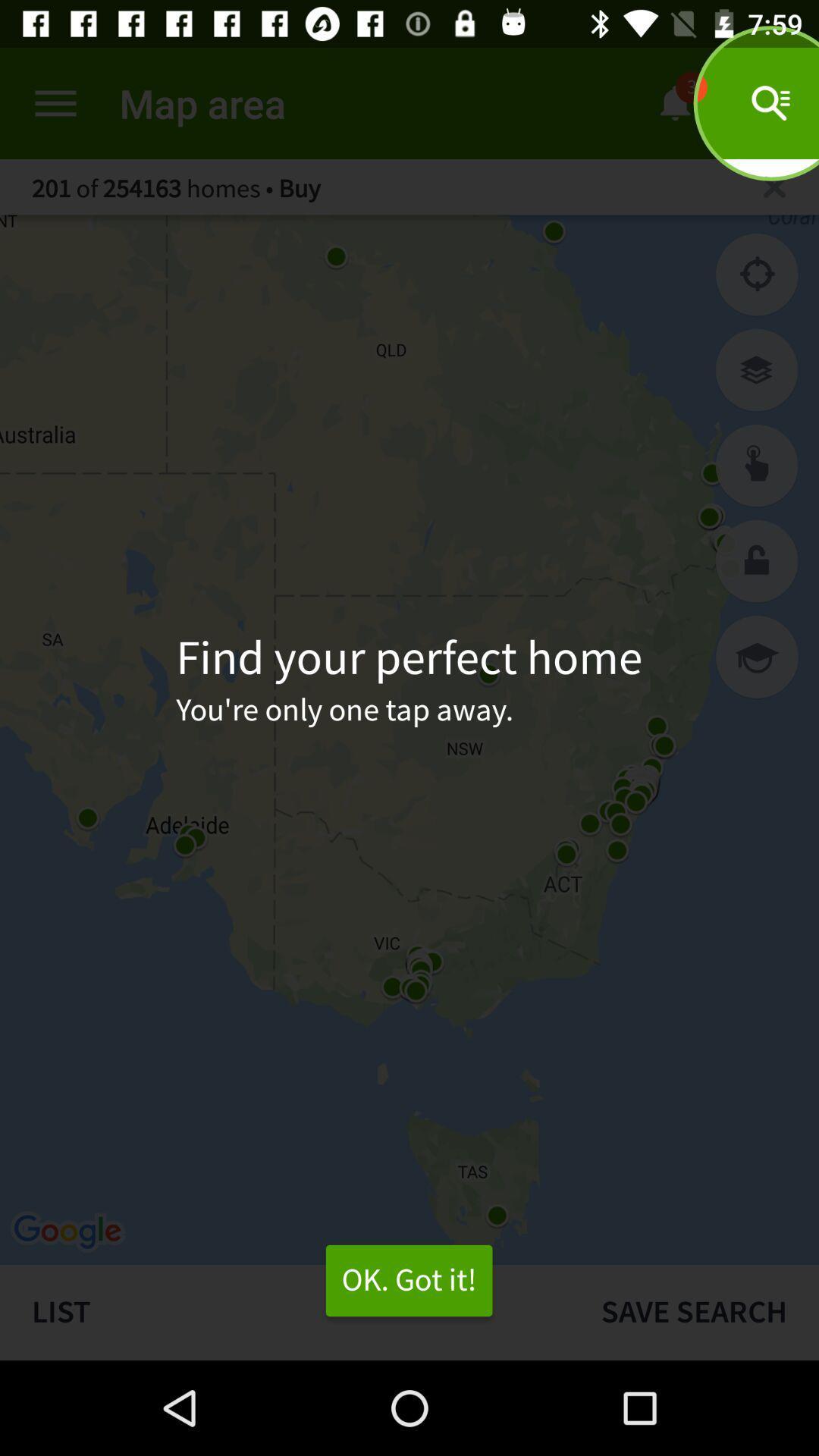 The width and height of the screenshot is (819, 1456). Describe the element at coordinates (284, 1312) in the screenshot. I see `the item next to the save search item` at that location.